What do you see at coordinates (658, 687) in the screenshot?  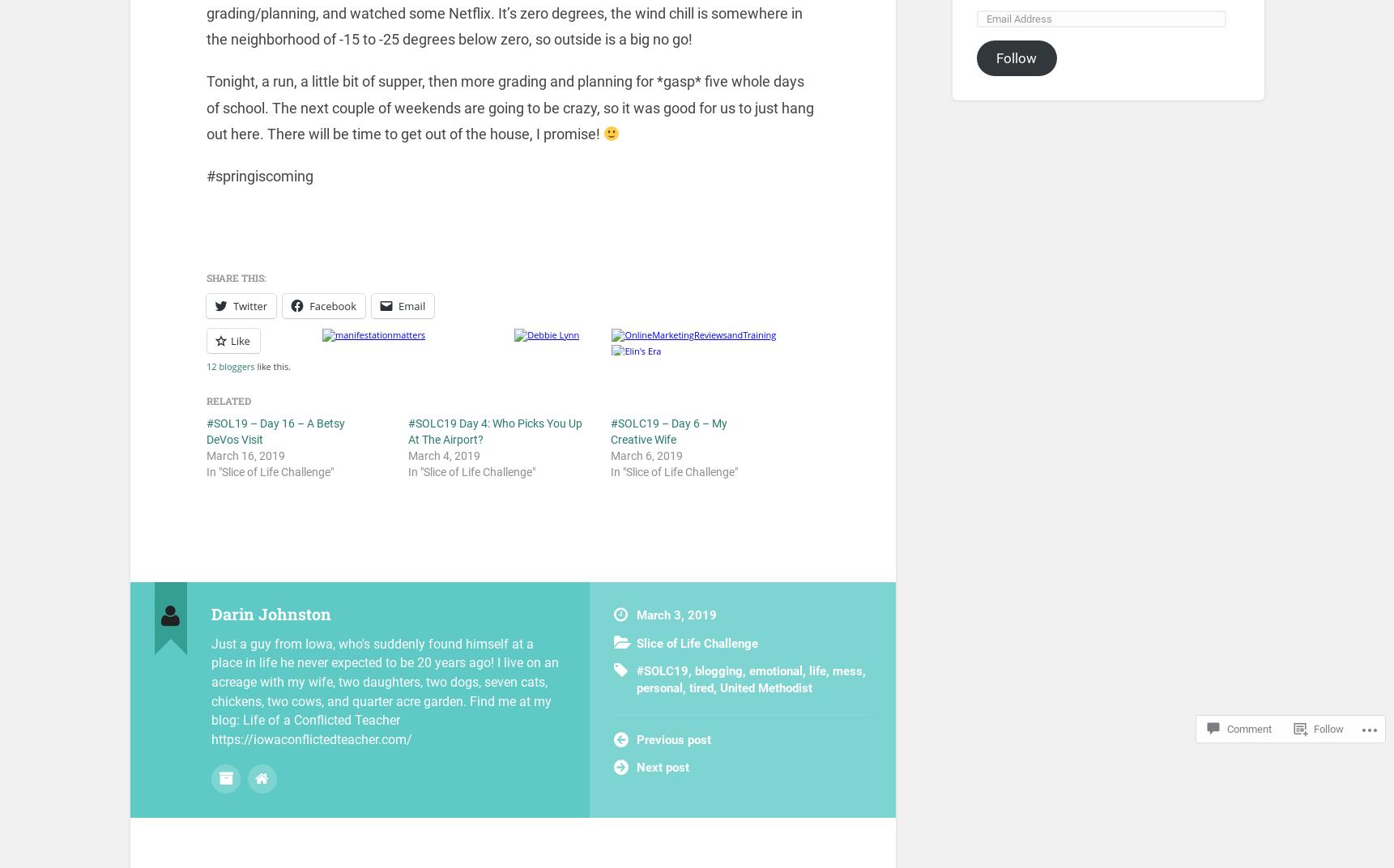 I see `'personal'` at bounding box center [658, 687].